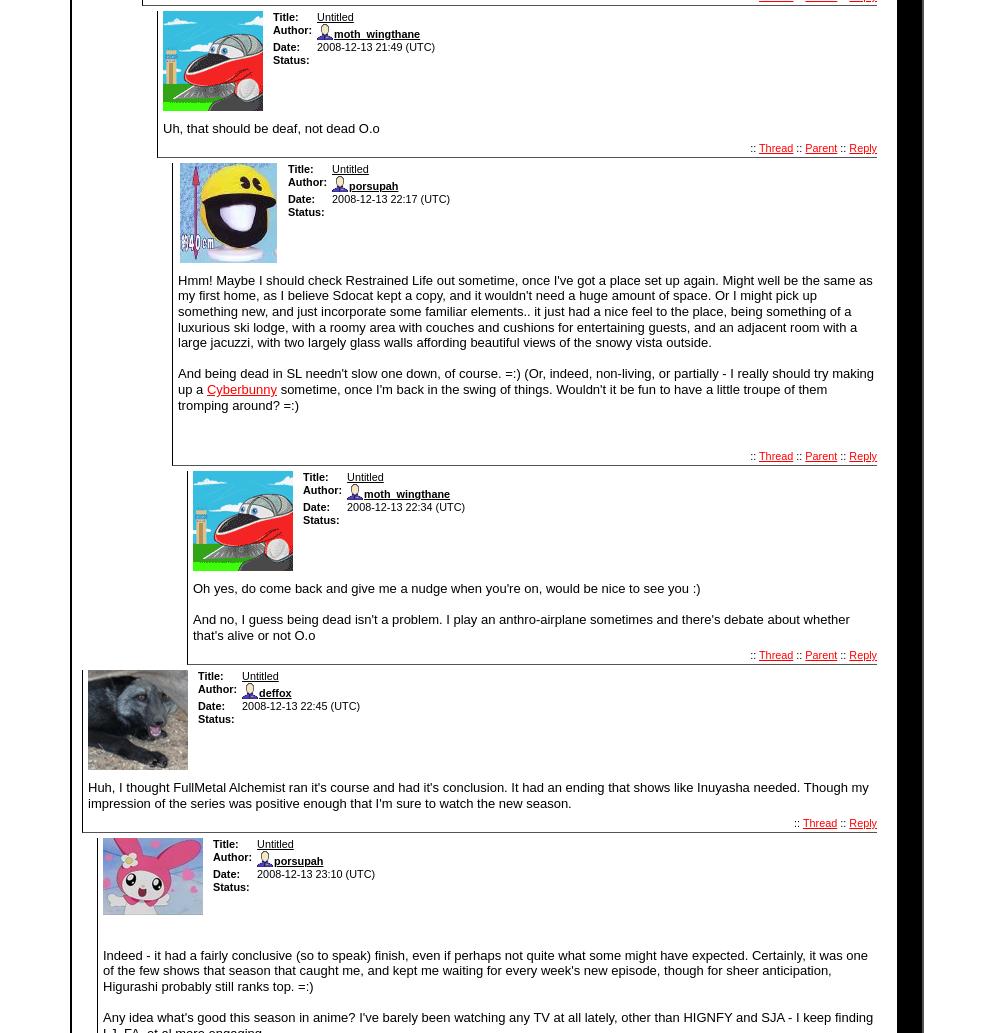  What do you see at coordinates (502, 396) in the screenshot?
I see `'sometime, once I'm back in the swing of things. Wouldn't it be fun to have a little troupe of them tromping around? =:)'` at bounding box center [502, 396].